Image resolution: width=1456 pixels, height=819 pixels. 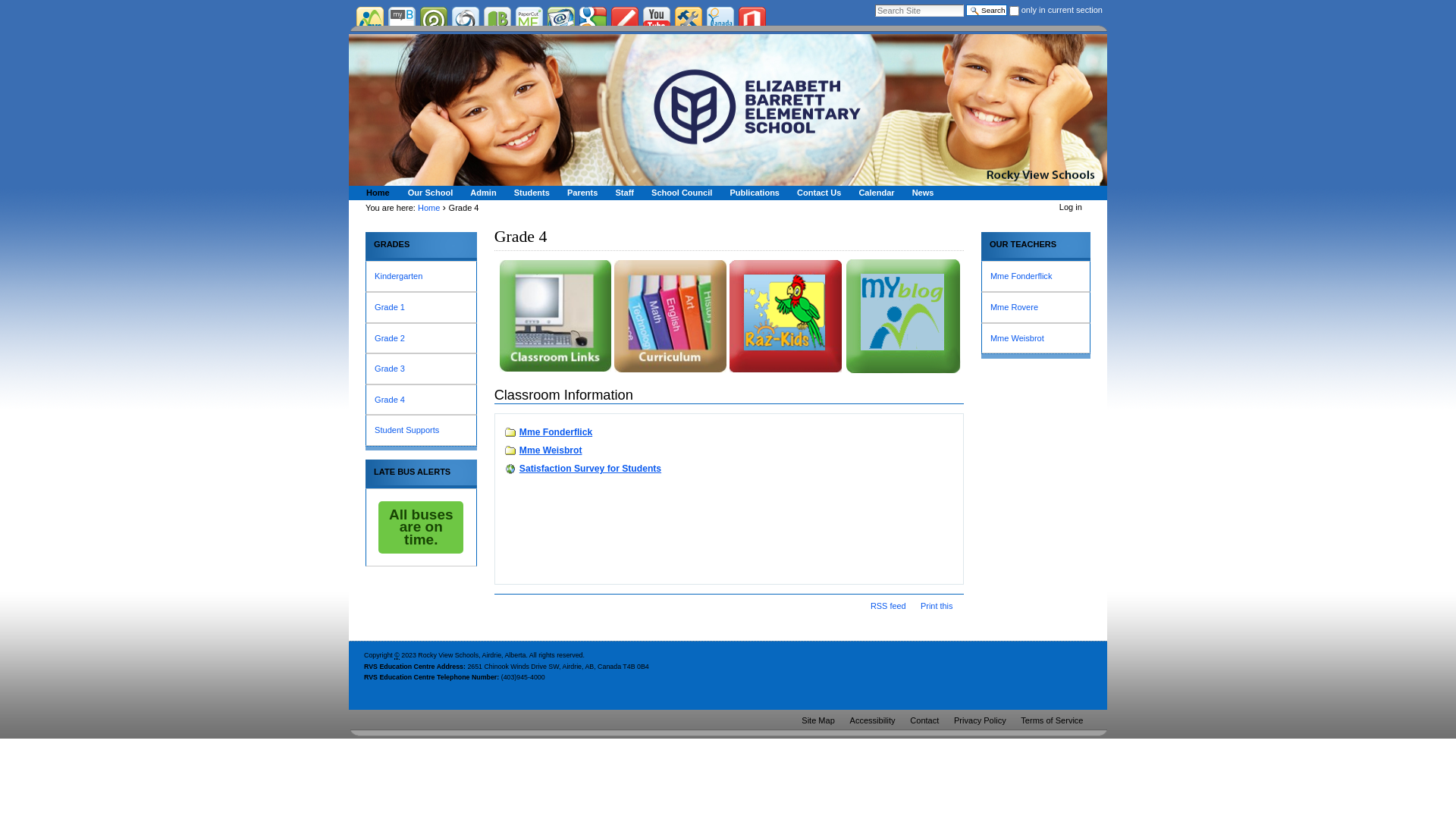 What do you see at coordinates (720, 192) in the screenshot?
I see `'Publications'` at bounding box center [720, 192].